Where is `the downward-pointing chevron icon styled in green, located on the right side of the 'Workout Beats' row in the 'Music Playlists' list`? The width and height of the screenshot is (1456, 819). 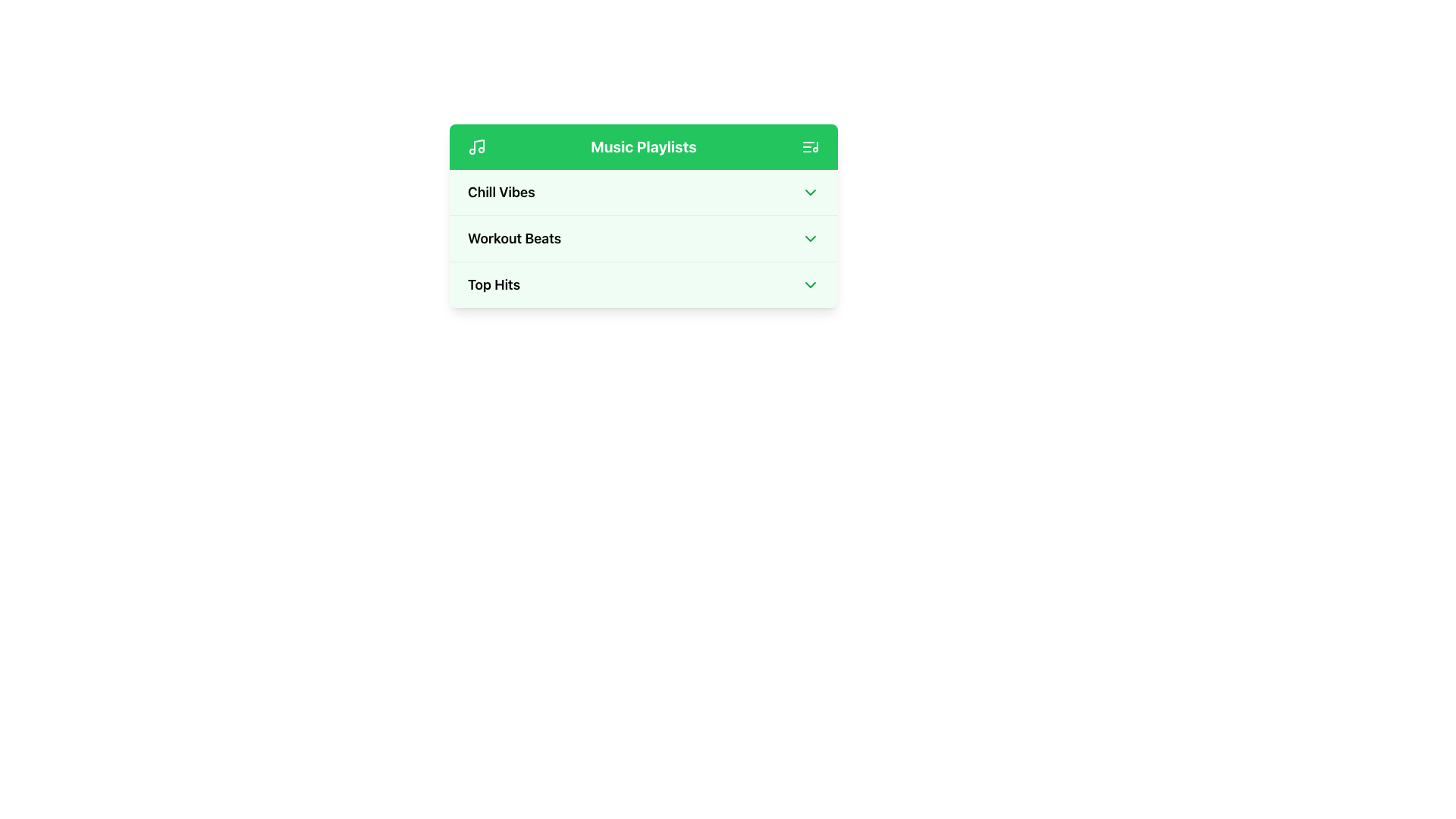
the downward-pointing chevron icon styled in green, located on the right side of the 'Workout Beats' row in the 'Music Playlists' list is located at coordinates (810, 239).